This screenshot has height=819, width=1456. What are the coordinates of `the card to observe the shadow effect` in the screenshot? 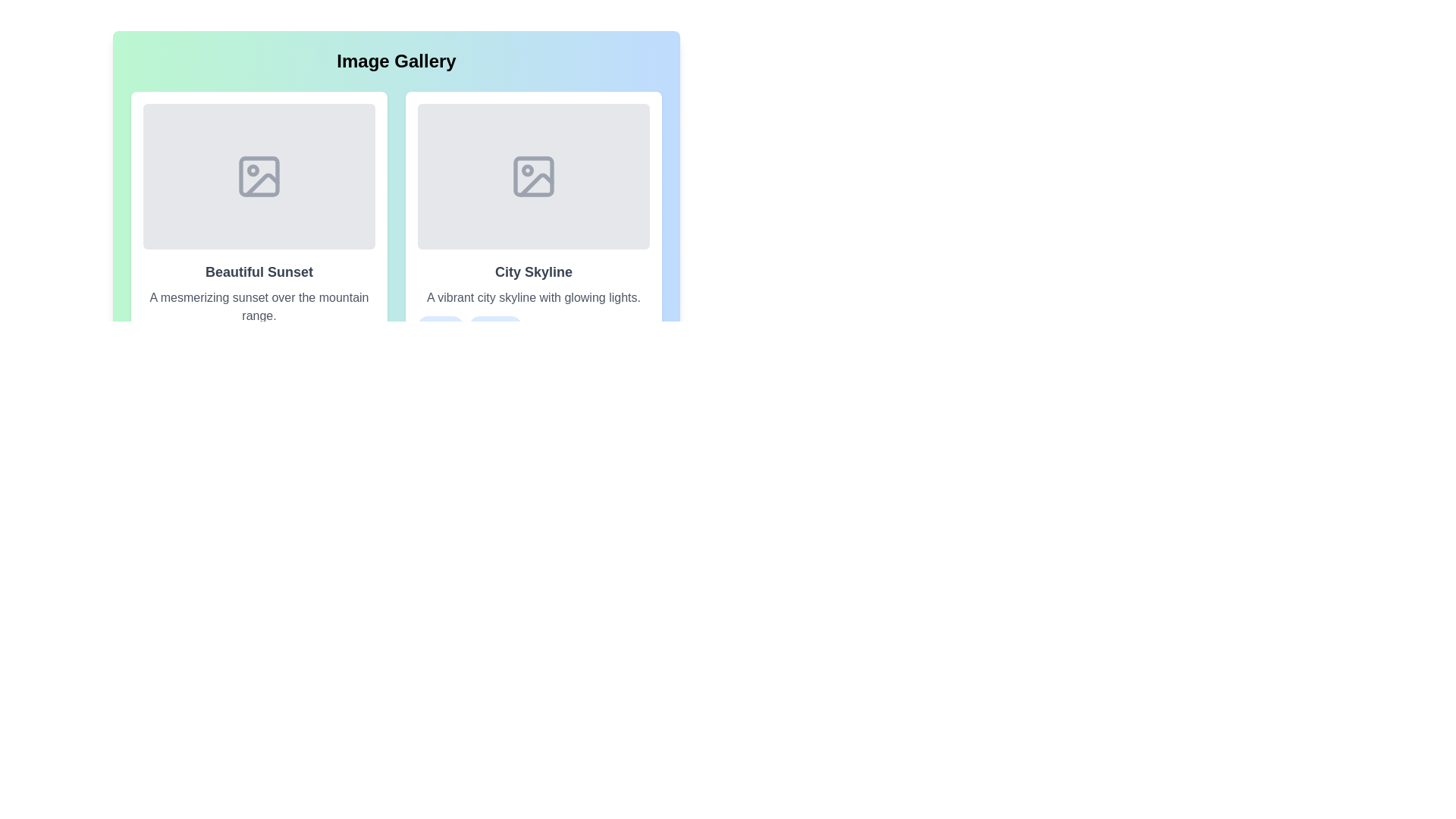 It's located at (259, 253).